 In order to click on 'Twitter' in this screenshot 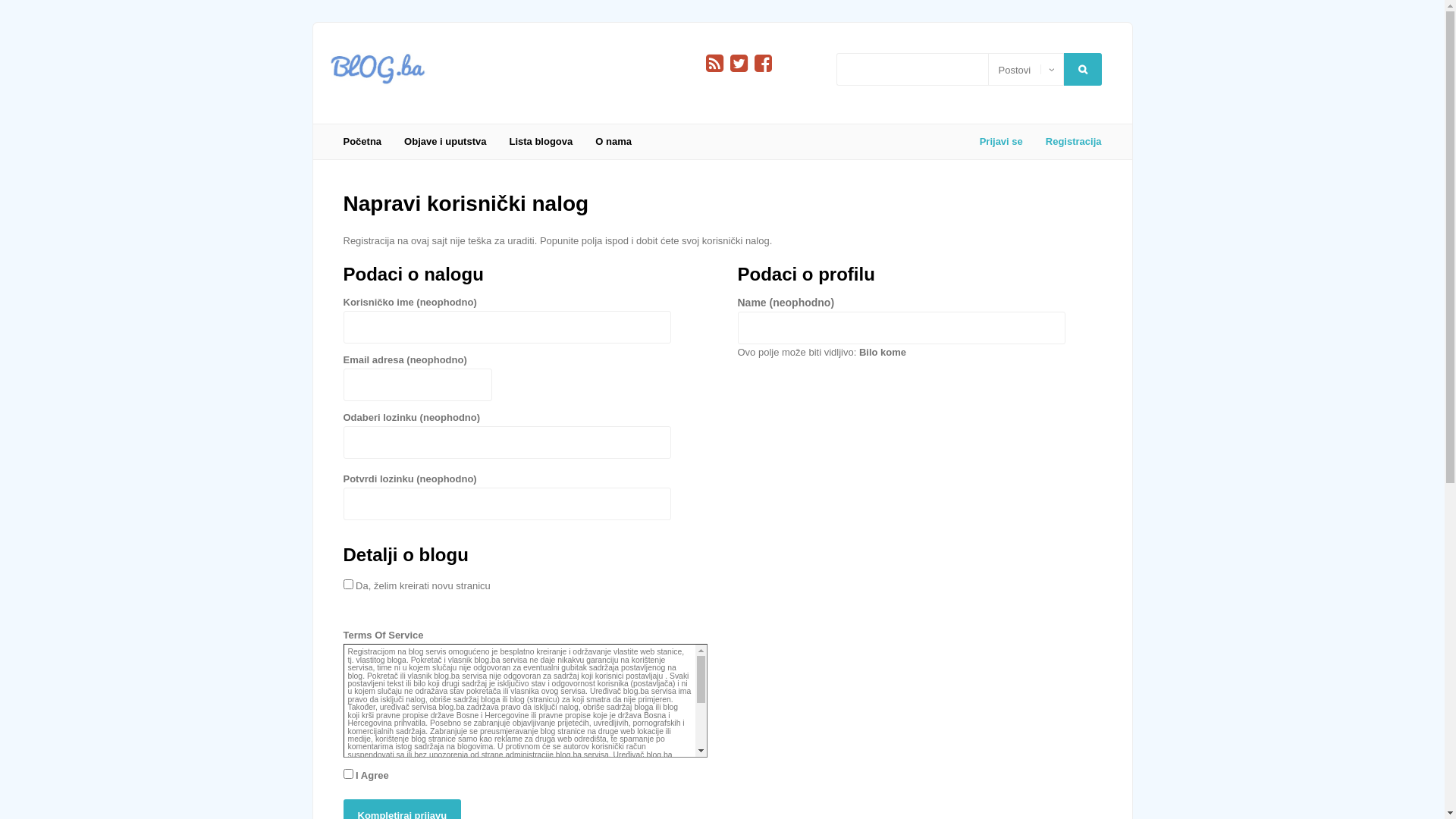, I will do `click(739, 62)`.